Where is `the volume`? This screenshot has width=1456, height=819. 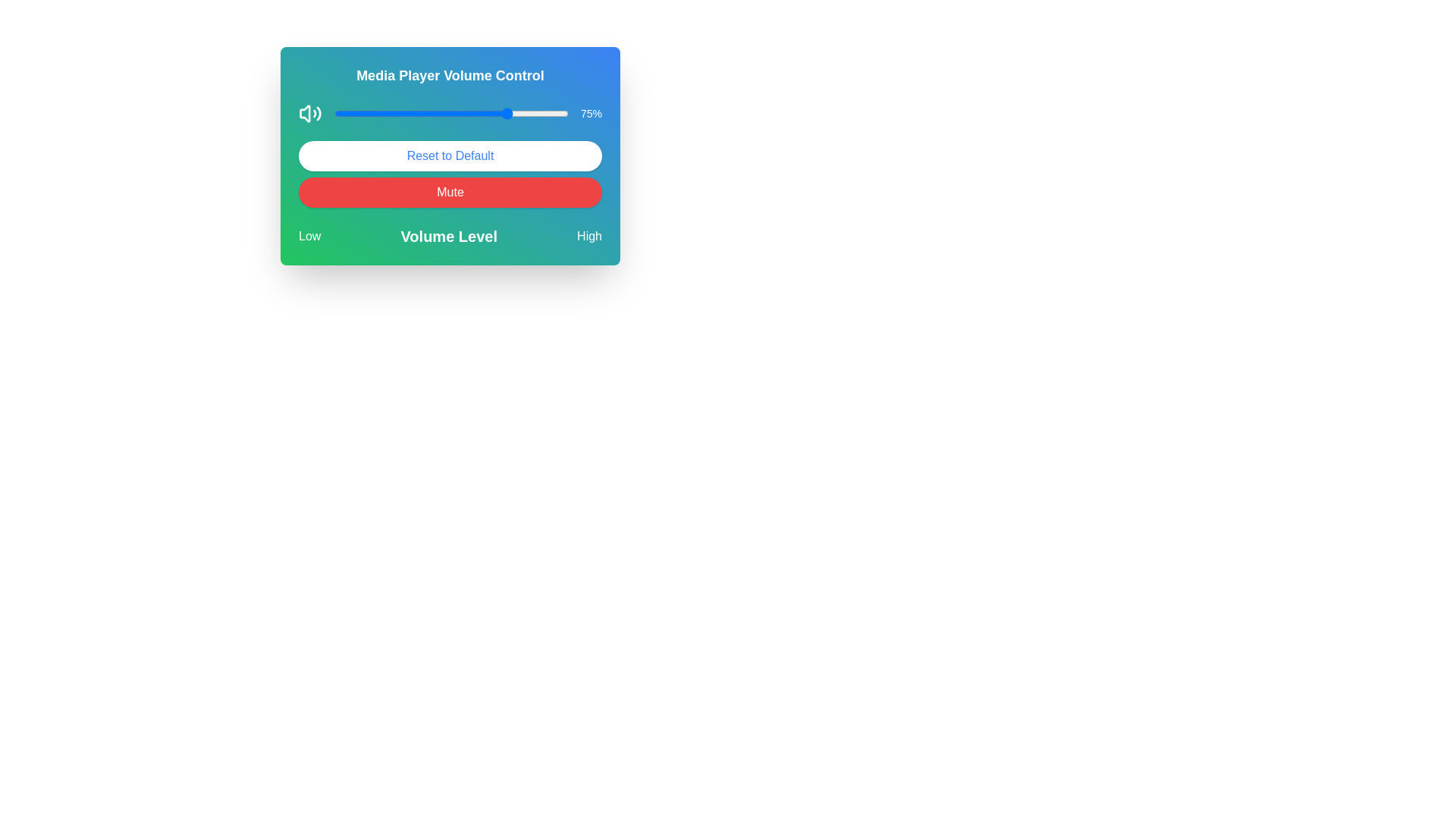
the volume is located at coordinates (338, 113).